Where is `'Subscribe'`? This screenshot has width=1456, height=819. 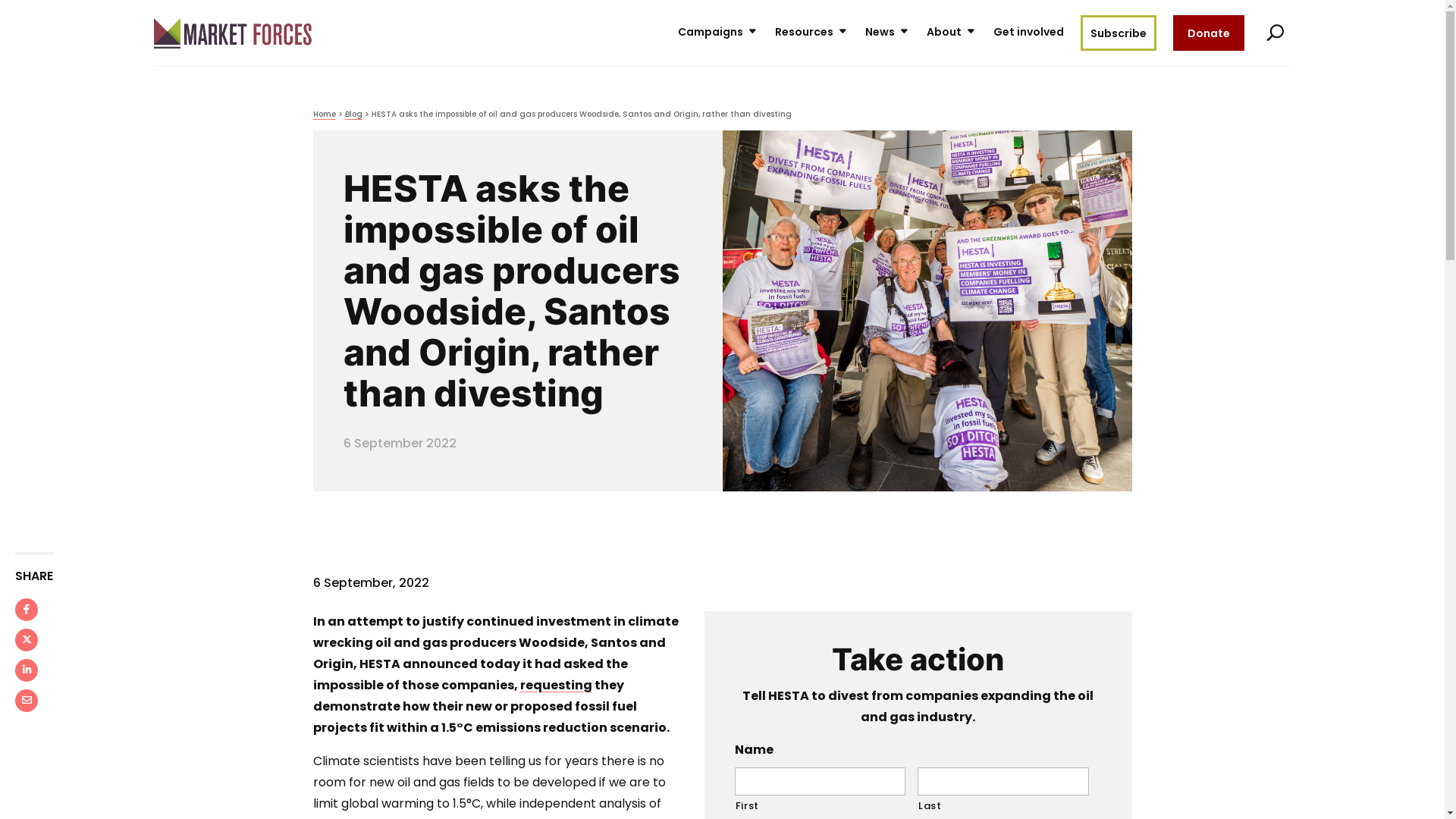 'Subscribe' is located at coordinates (1117, 33).